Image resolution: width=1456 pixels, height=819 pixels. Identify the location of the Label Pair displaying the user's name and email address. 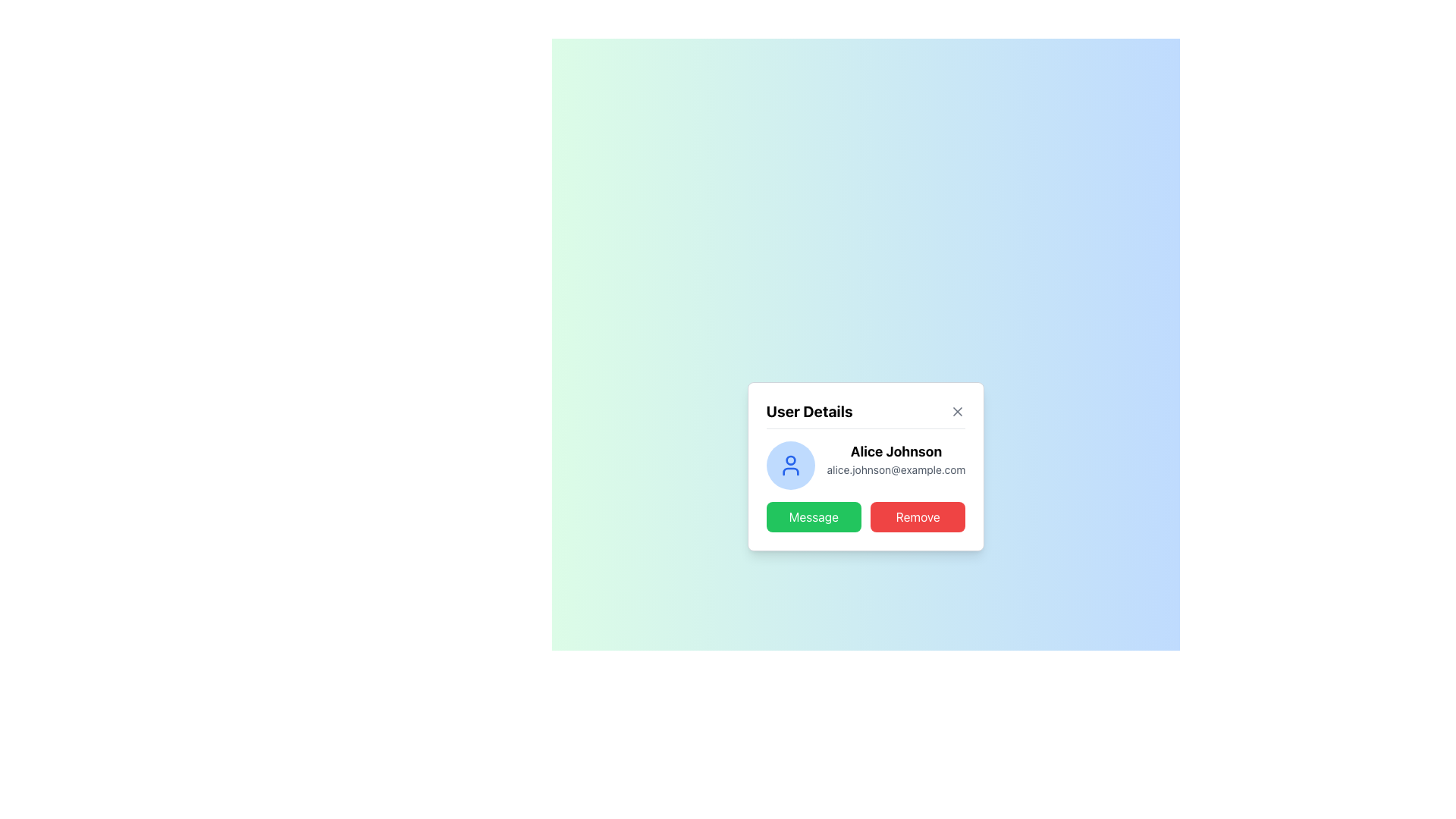
(896, 464).